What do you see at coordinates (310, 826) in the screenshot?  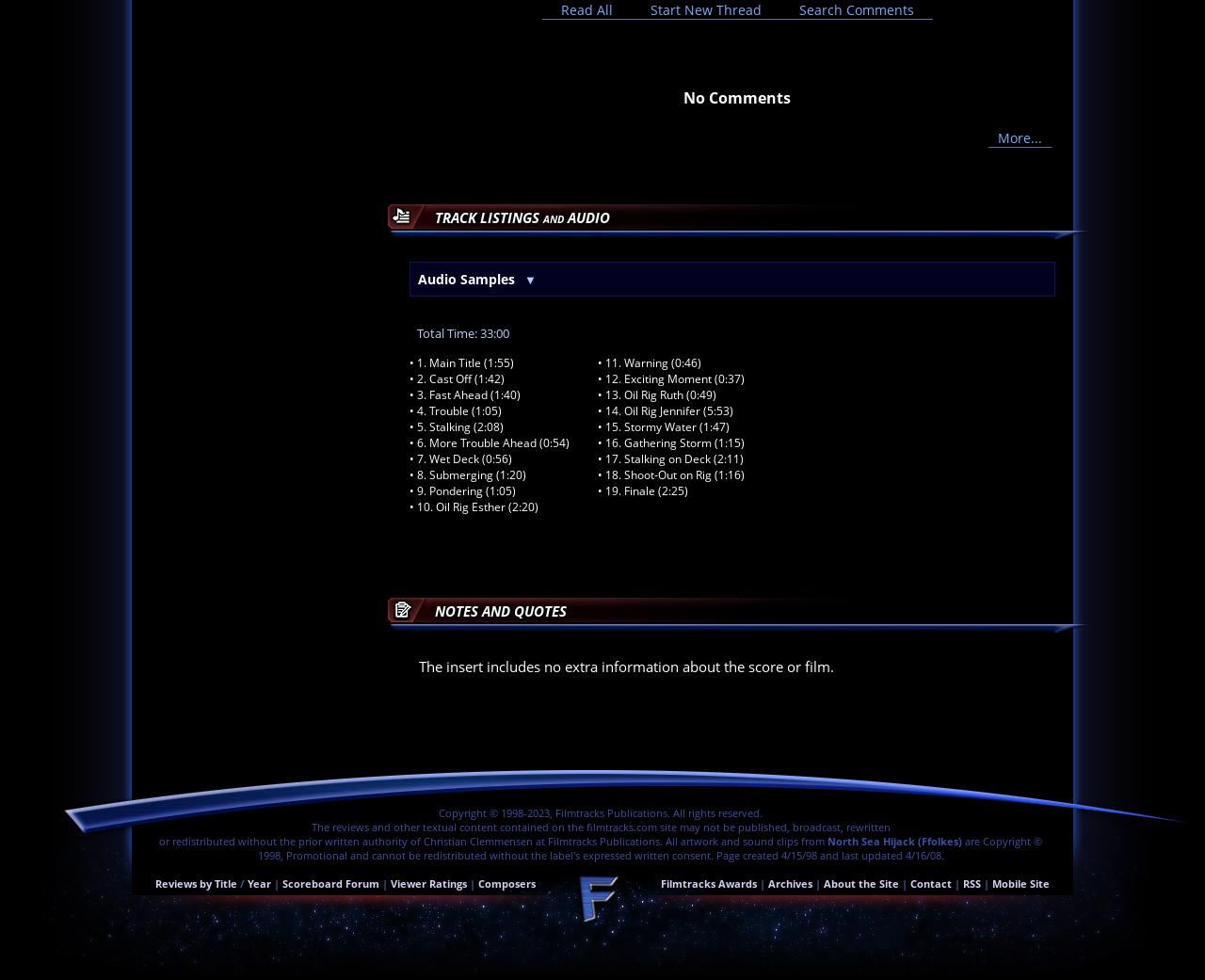 I see `'The reviews and other textual content contained on the filmtracks.com site may not be published, broadcast, rewritten'` at bounding box center [310, 826].